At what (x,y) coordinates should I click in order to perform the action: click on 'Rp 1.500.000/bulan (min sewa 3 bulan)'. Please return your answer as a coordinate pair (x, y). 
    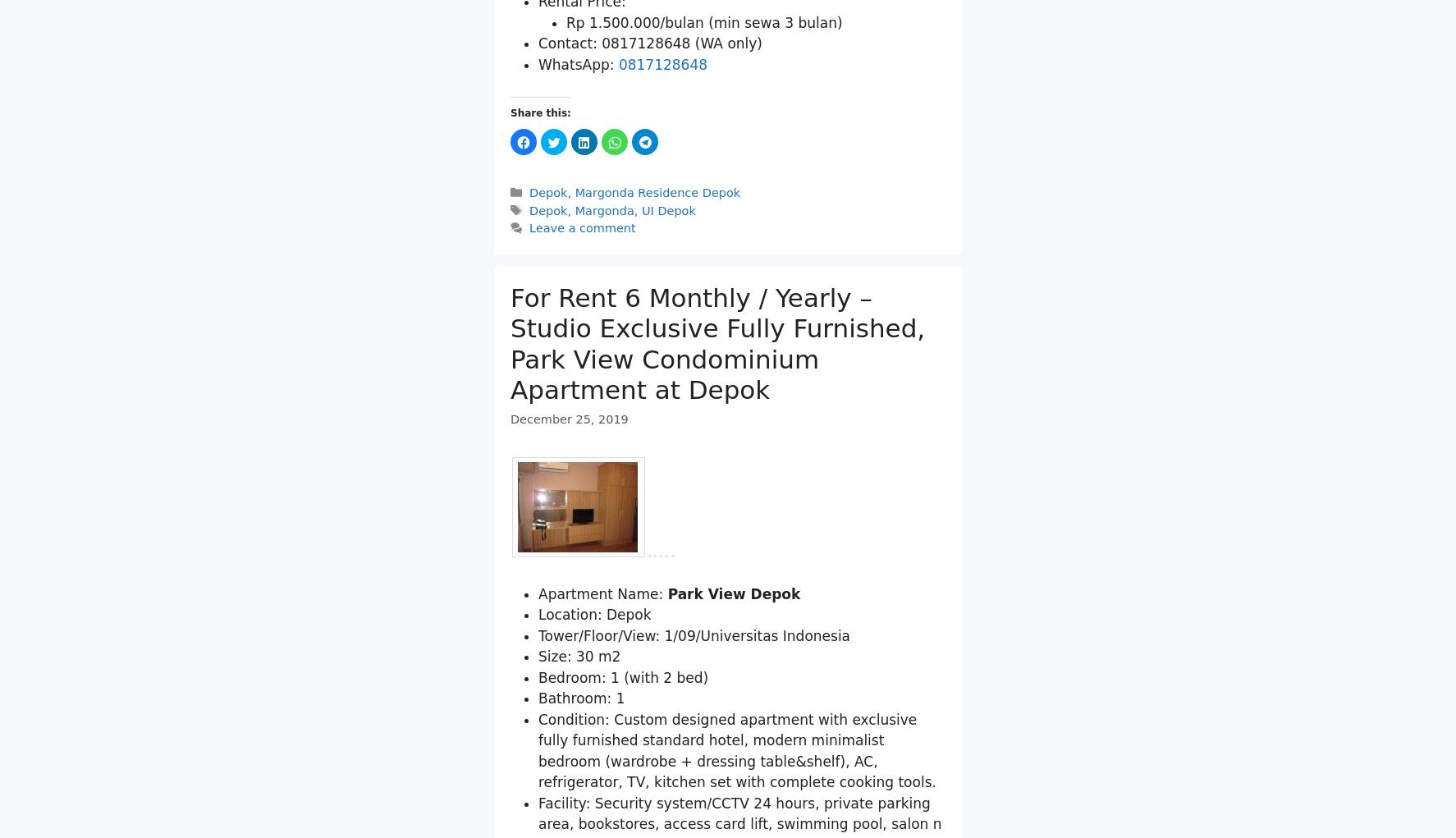
    Looking at the image, I should click on (566, 107).